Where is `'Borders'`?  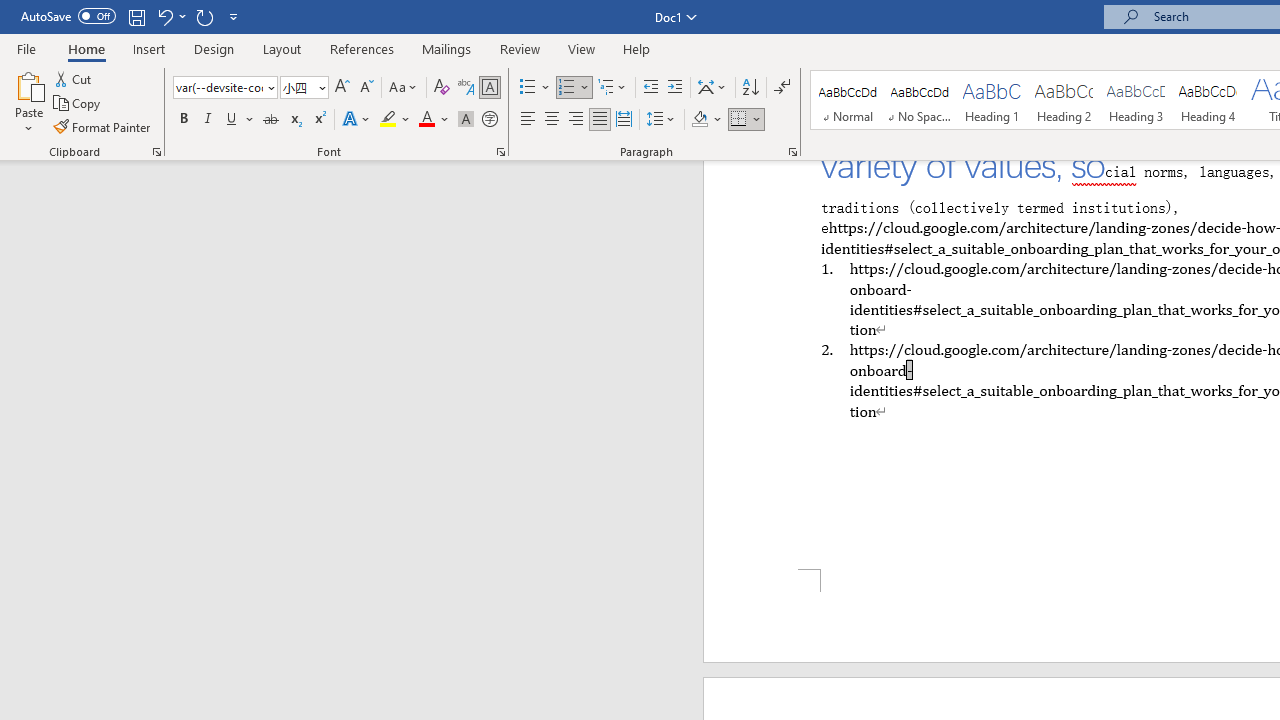 'Borders' is located at coordinates (738, 119).